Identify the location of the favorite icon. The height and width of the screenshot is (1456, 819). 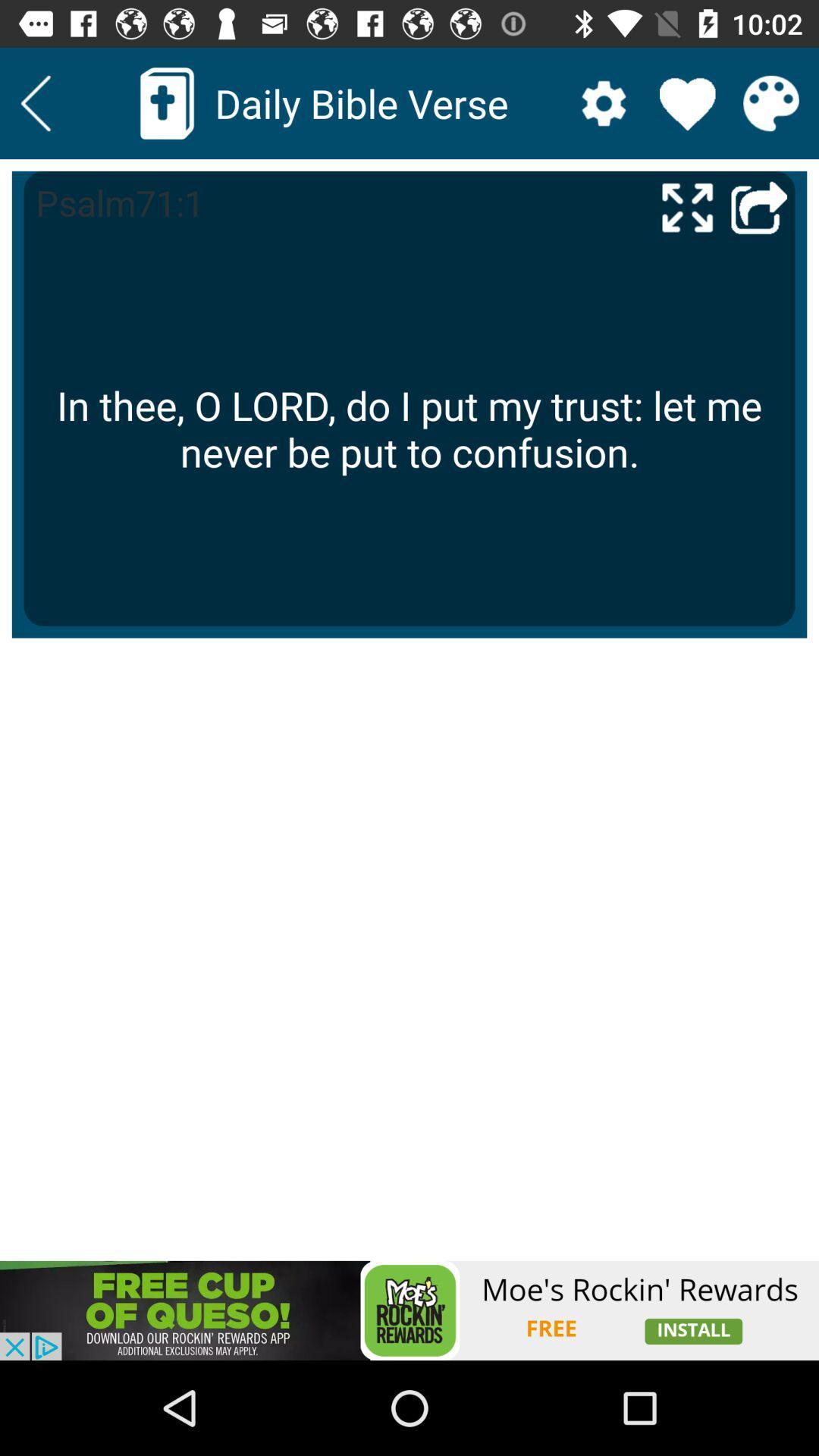
(687, 102).